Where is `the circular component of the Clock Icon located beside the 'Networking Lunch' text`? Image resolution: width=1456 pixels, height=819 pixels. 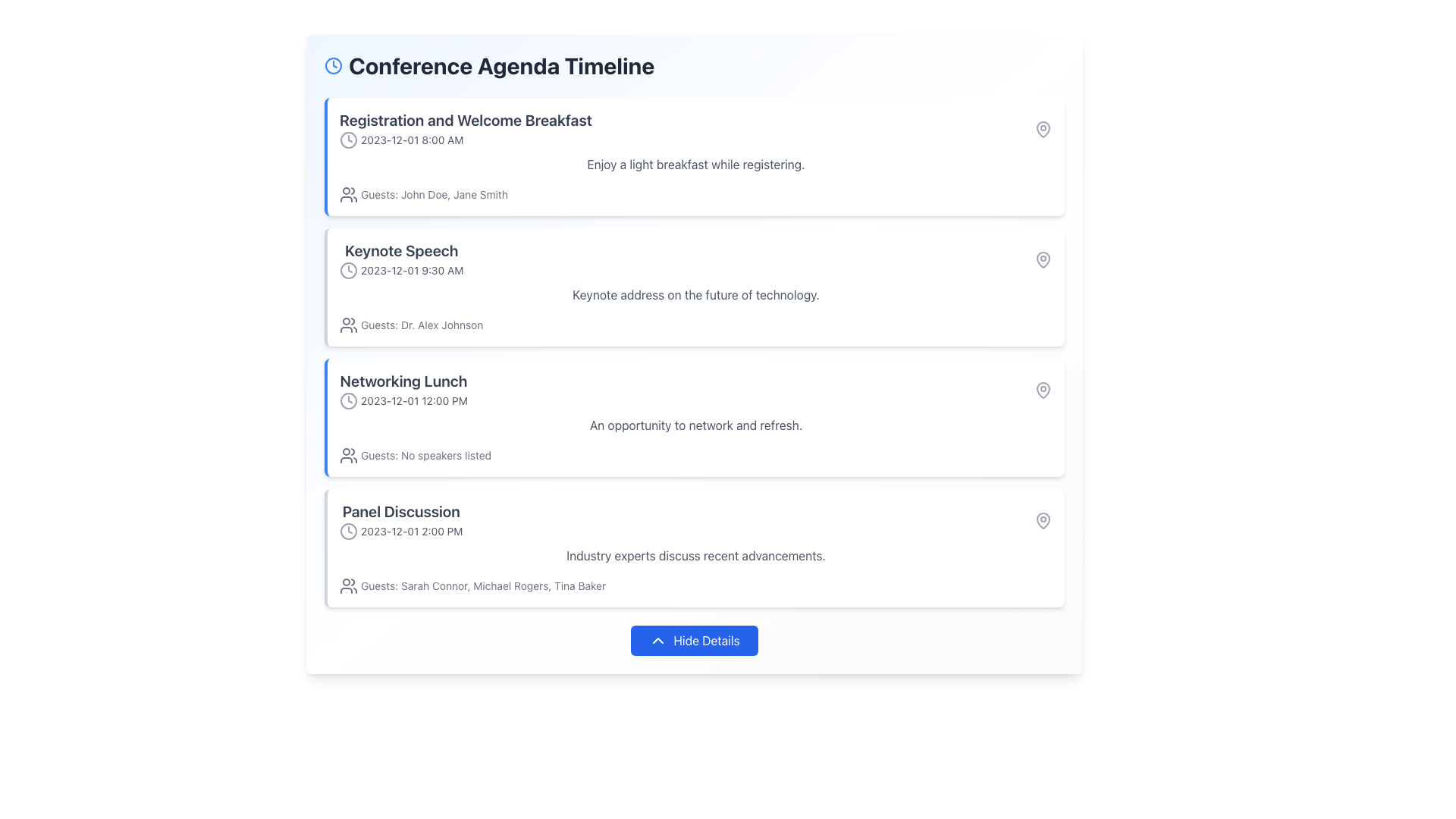 the circular component of the Clock Icon located beside the 'Networking Lunch' text is located at coordinates (348, 400).